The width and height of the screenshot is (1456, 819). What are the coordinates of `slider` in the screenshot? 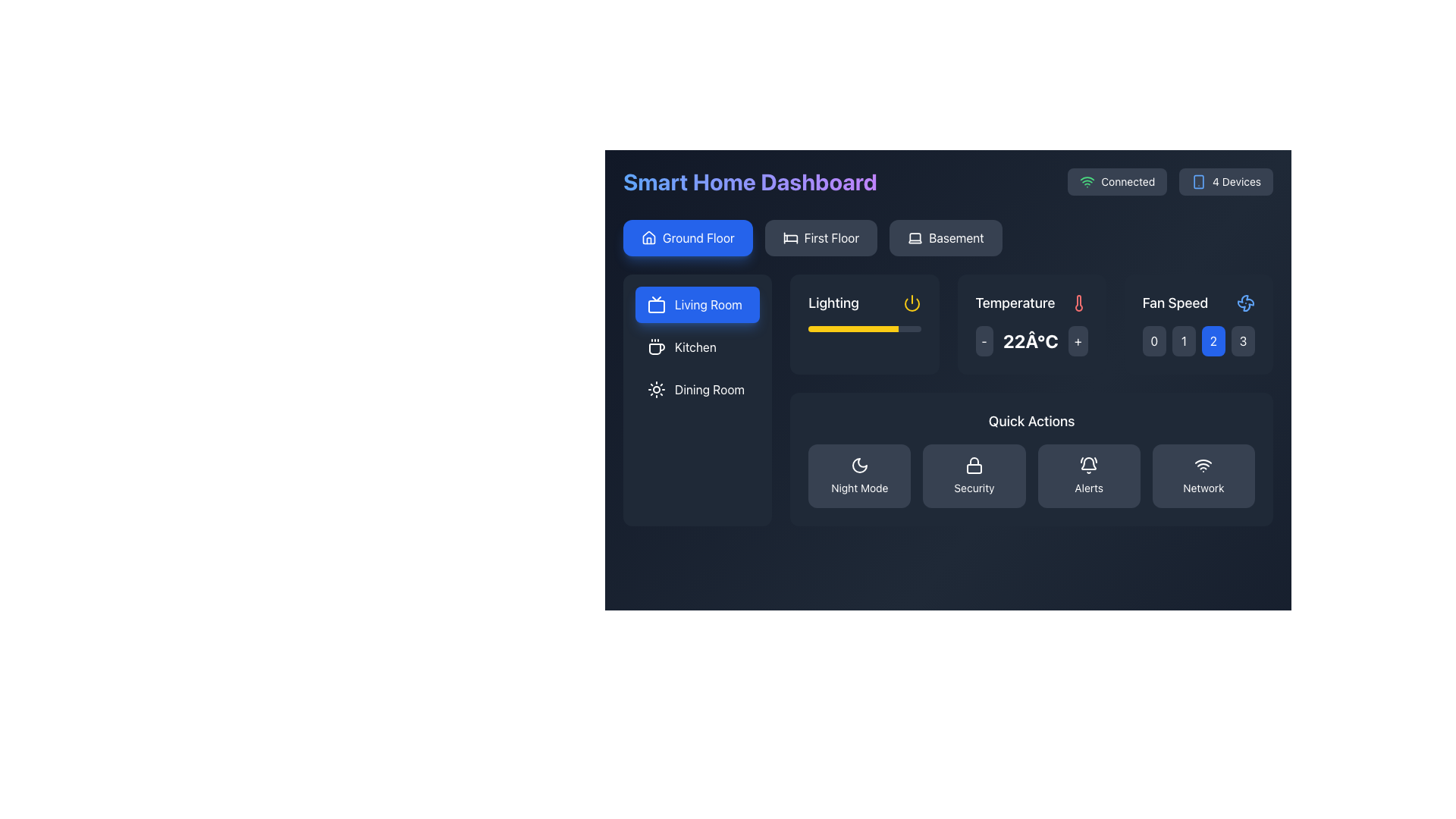 It's located at (853, 328).